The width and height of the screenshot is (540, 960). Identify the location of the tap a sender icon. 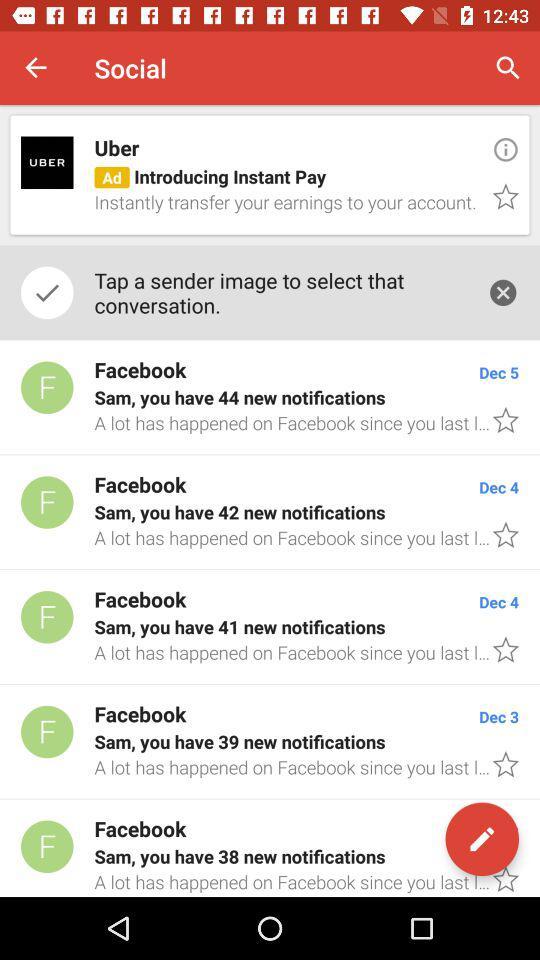
(279, 291).